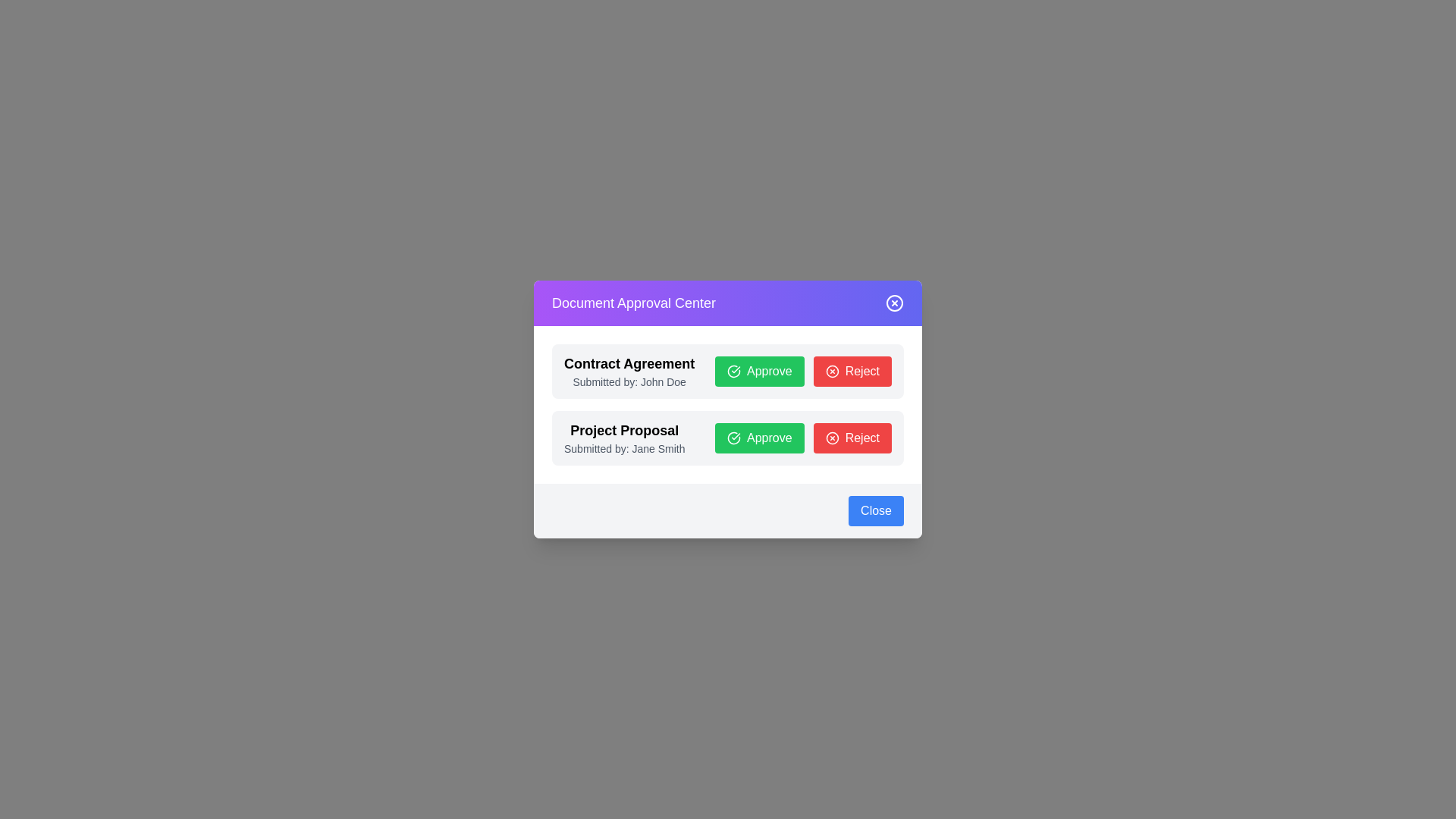 The height and width of the screenshot is (819, 1456). Describe the element at coordinates (831, 371) in the screenshot. I see `the SVG icon that visually indicates the reject action, which is located within the red 'Reject' button in the bottom-right section of the modal dialog` at that location.